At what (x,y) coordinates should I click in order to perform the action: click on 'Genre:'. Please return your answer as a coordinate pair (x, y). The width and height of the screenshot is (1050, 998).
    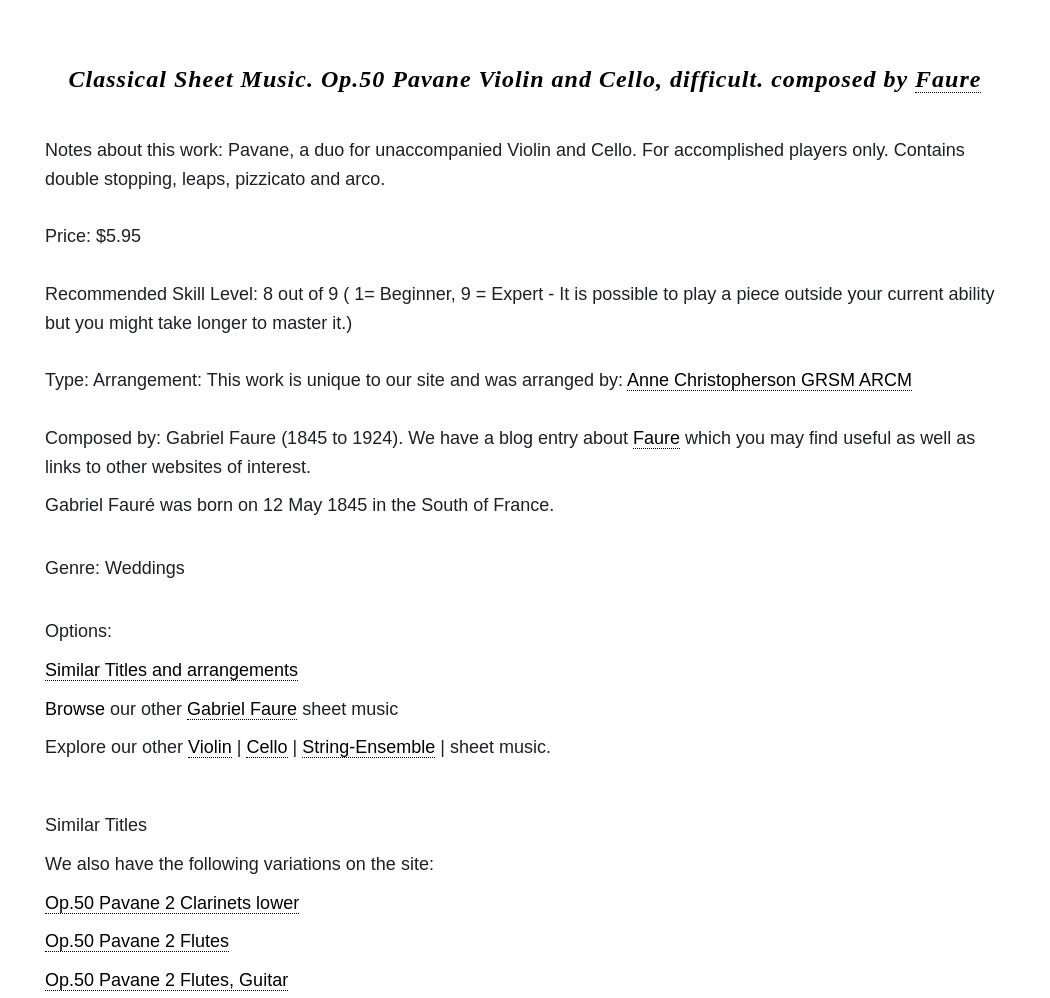
    Looking at the image, I should click on (44, 566).